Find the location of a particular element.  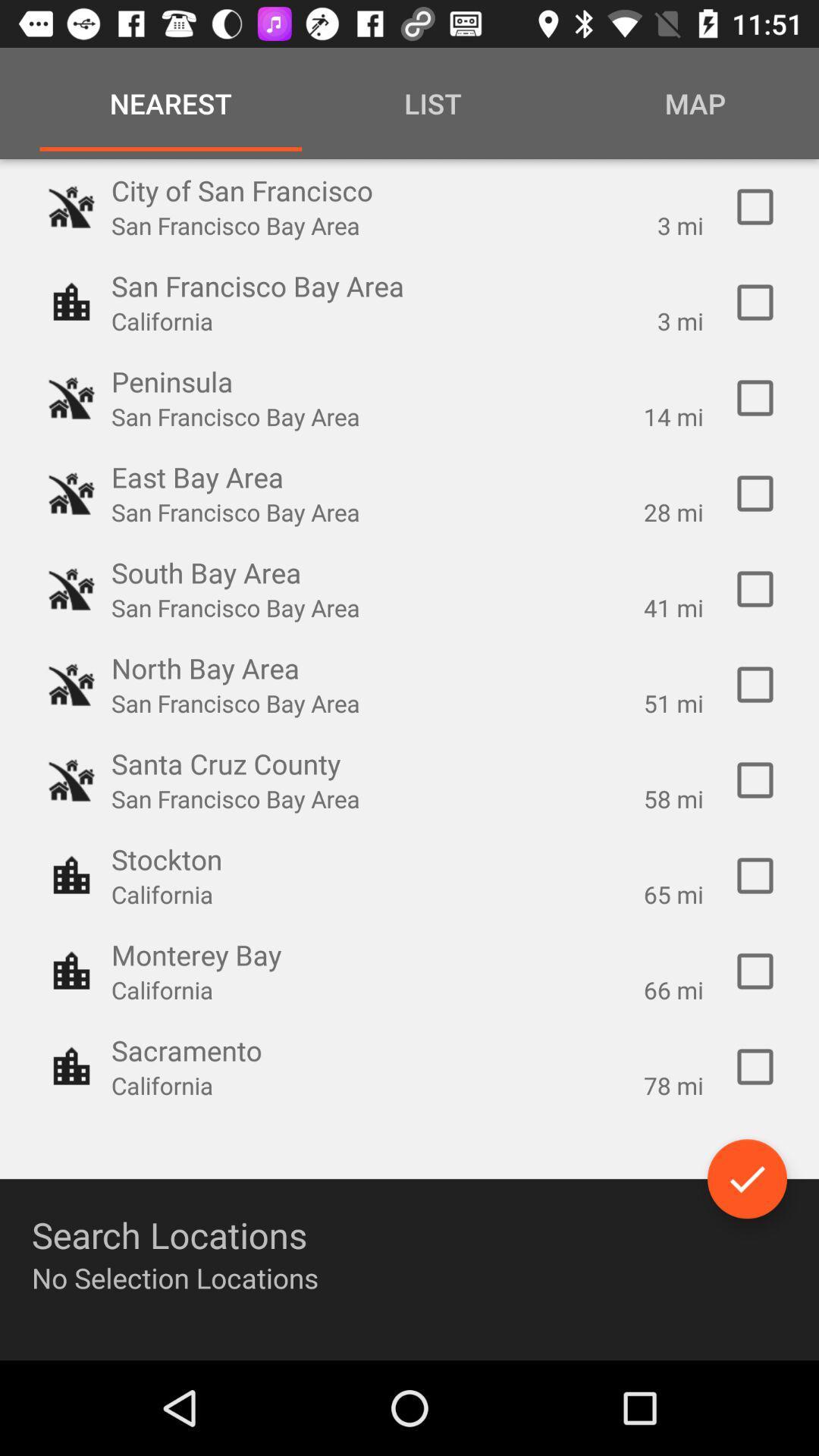

santa cruz county is located at coordinates (755, 780).